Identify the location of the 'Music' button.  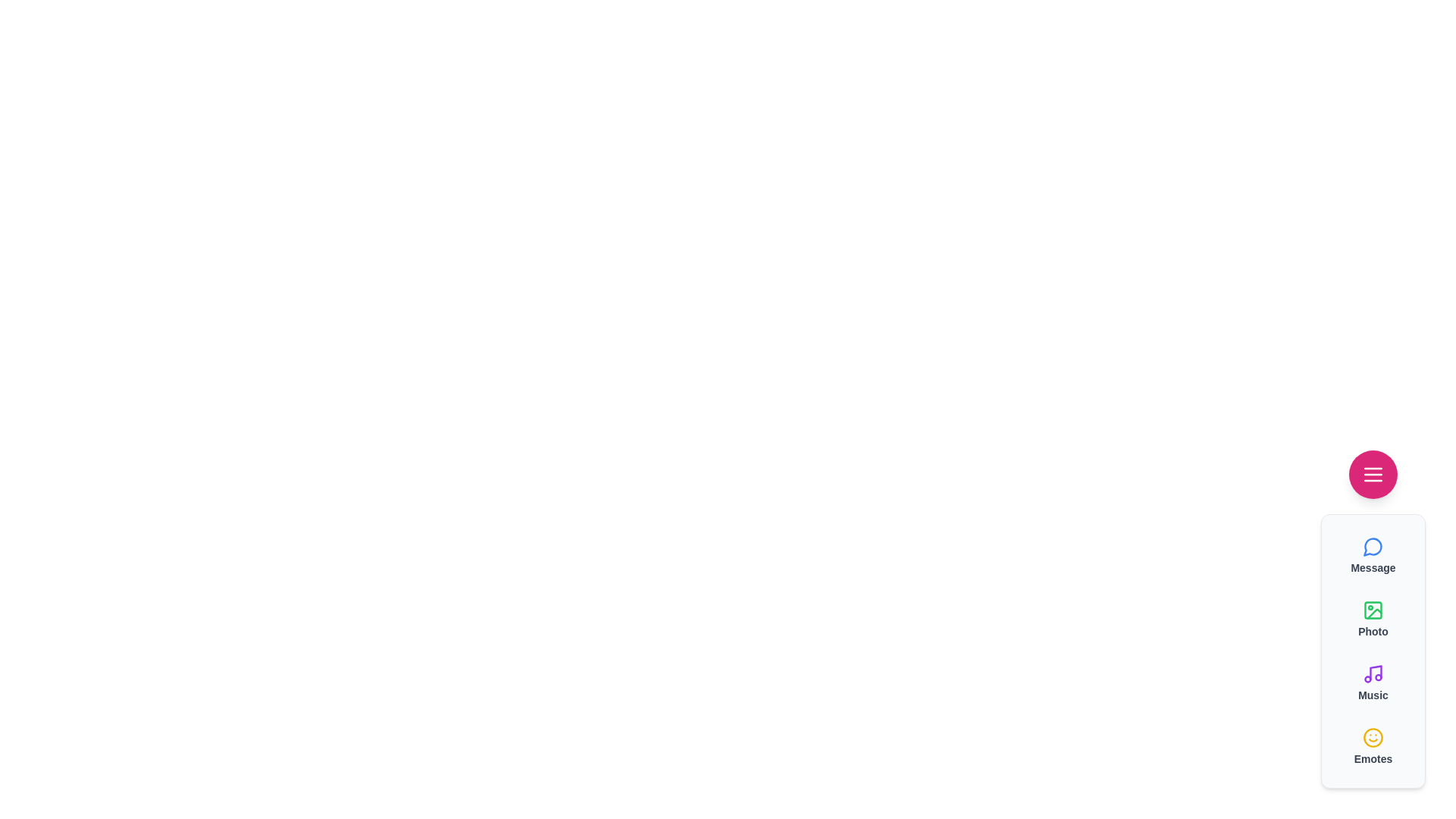
(1373, 683).